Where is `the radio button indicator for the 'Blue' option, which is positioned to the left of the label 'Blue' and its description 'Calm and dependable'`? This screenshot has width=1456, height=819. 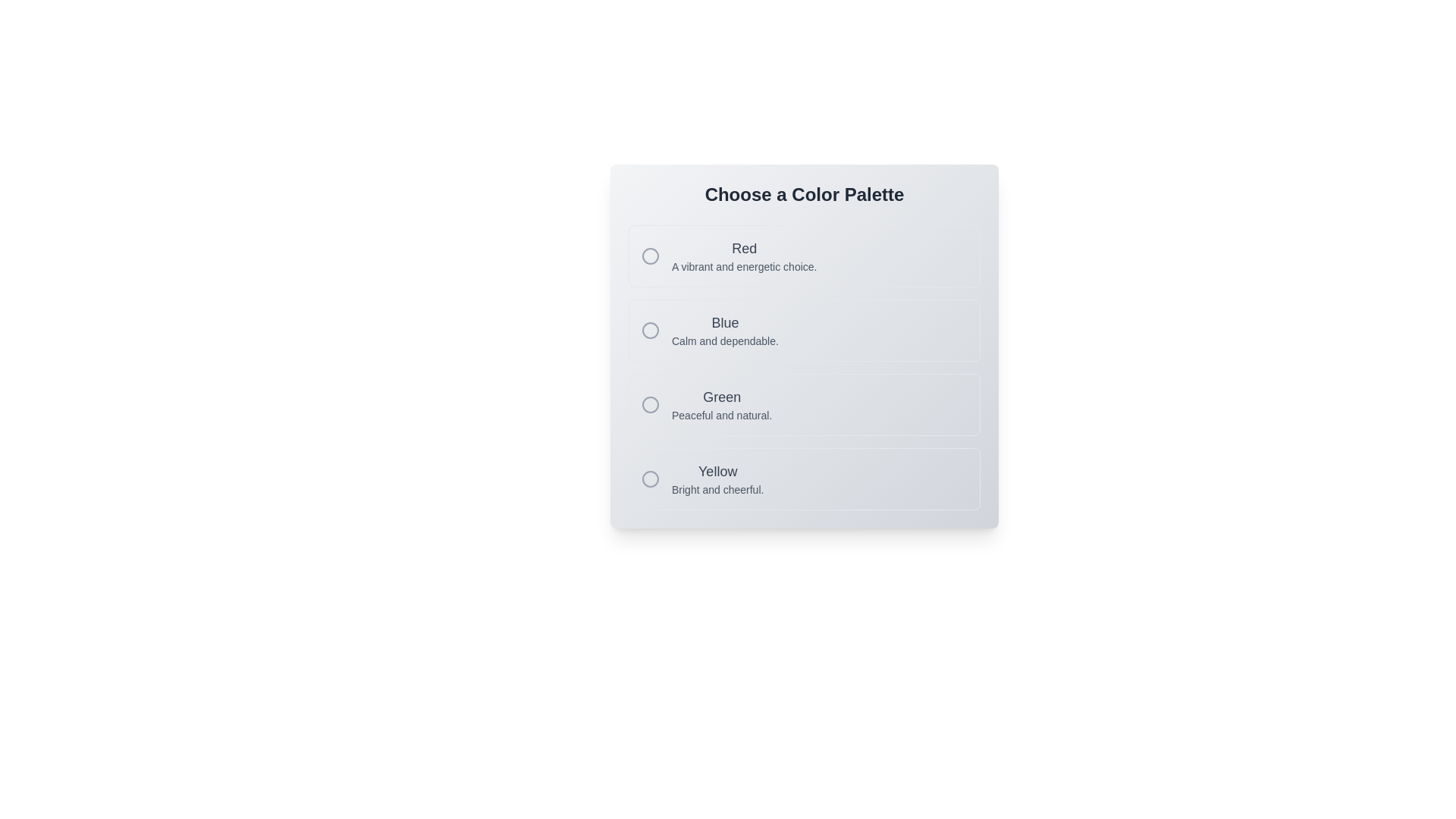
the radio button indicator for the 'Blue' option, which is positioned to the left of the label 'Blue' and its description 'Calm and dependable' is located at coordinates (651, 329).